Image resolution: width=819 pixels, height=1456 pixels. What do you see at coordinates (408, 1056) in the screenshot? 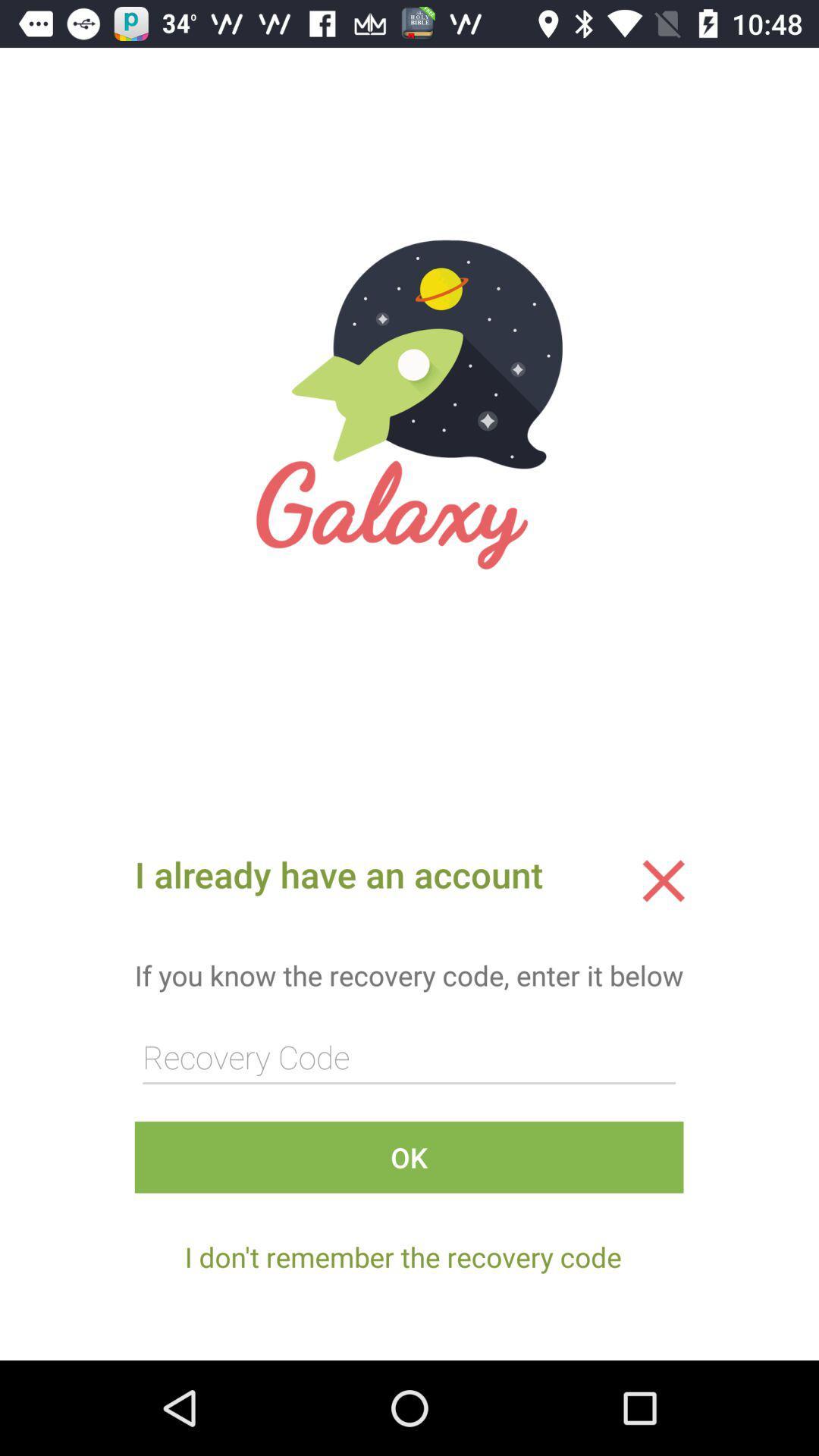
I see `fill in the code` at bounding box center [408, 1056].